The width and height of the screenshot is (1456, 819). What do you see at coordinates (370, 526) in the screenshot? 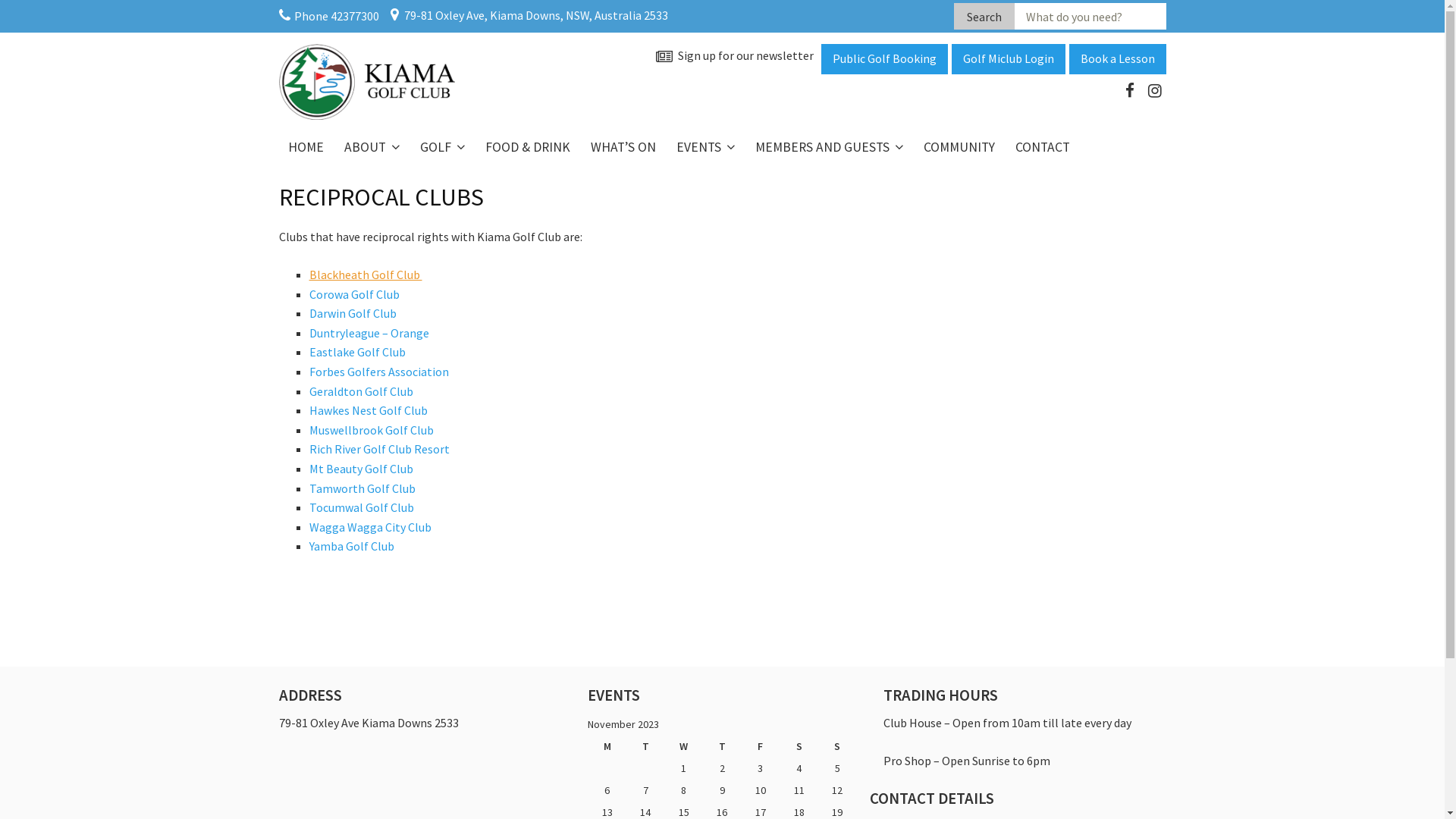
I see `'Wagga Wagga City Club'` at bounding box center [370, 526].